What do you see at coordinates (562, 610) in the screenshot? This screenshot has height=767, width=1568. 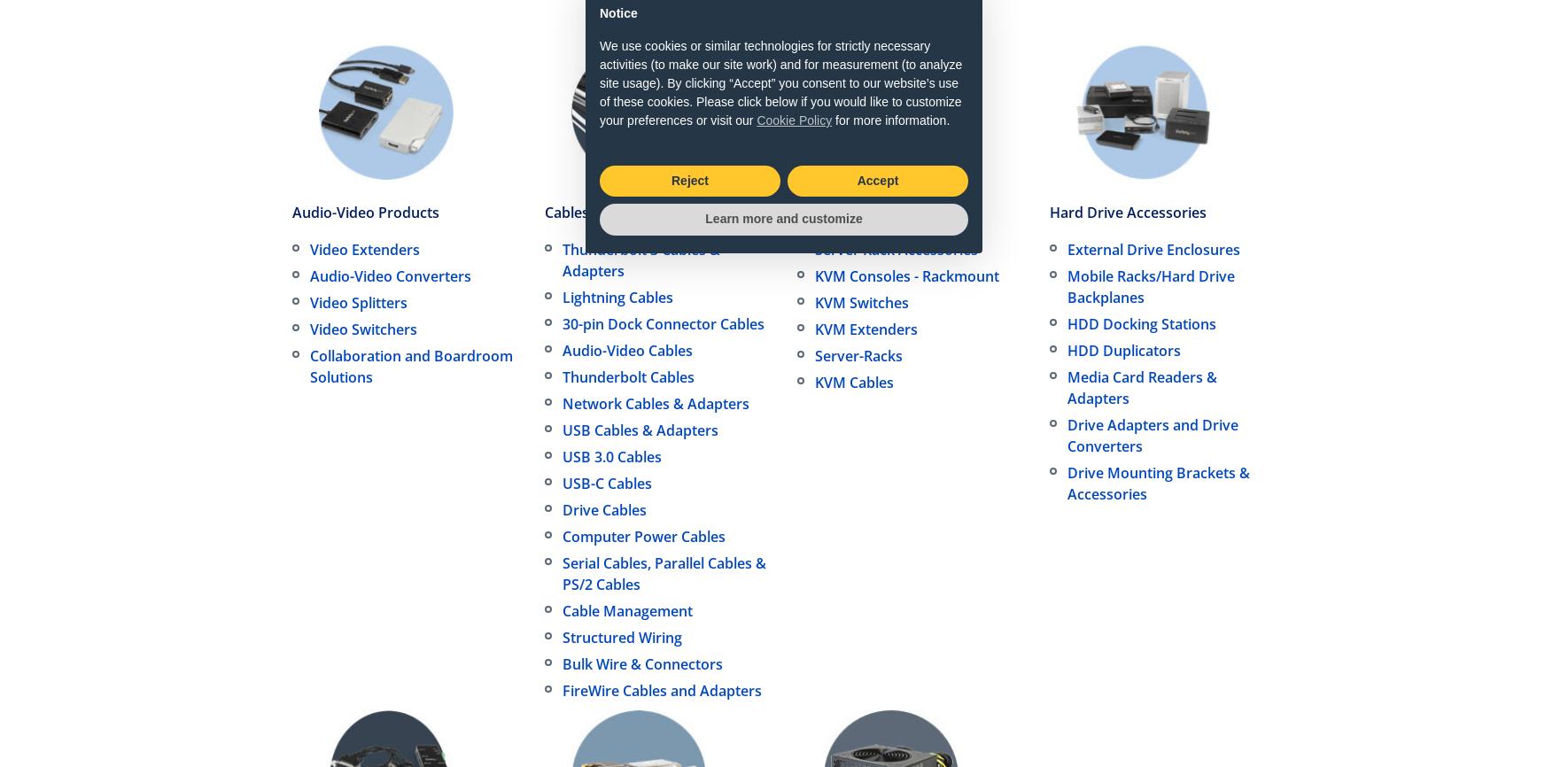 I see `'Cable Management'` at bounding box center [562, 610].